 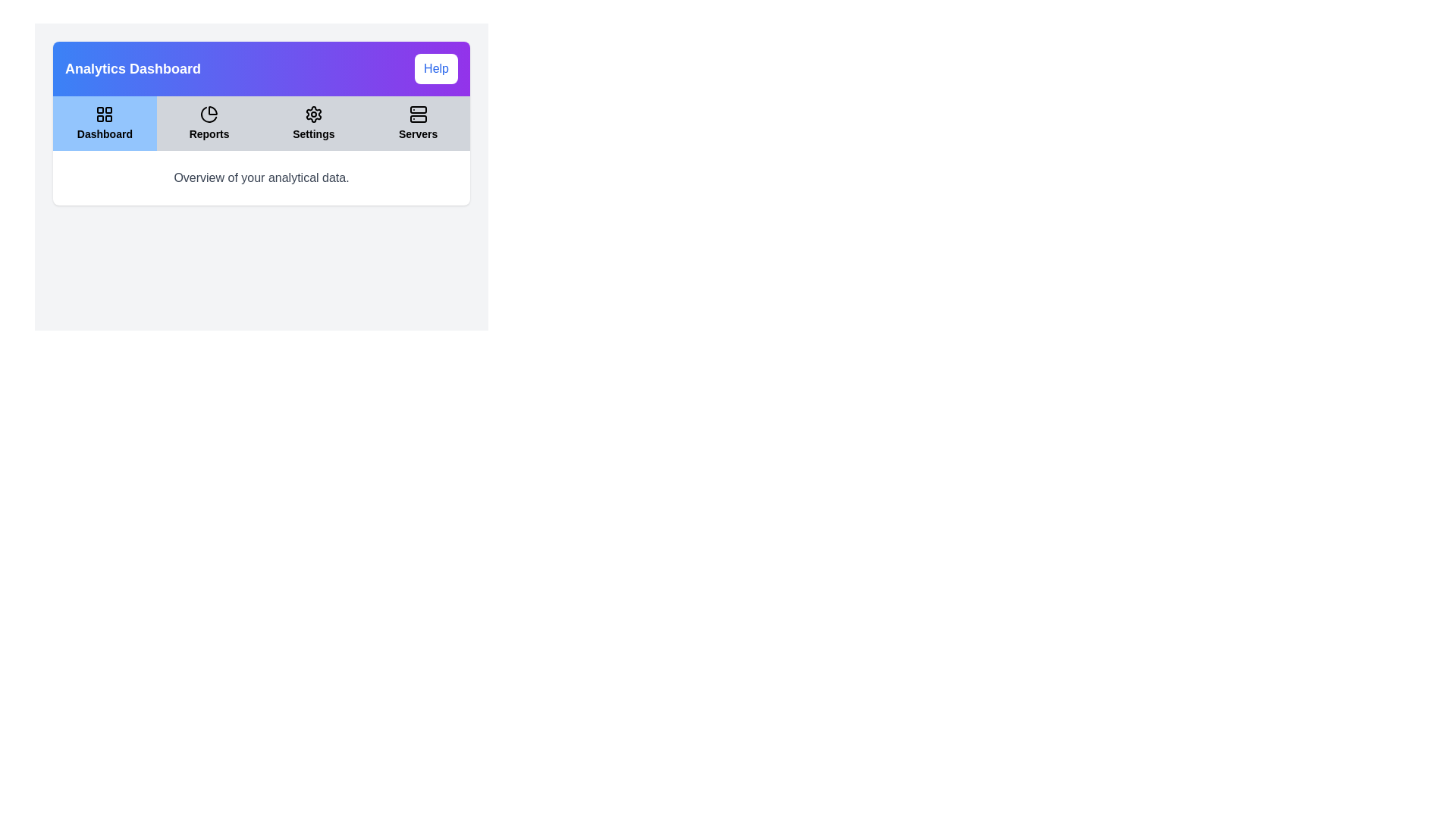 I want to click on the 'Reports' icon represented by a pie chart in the upper navigation bar, which is the second icon from the left, so click(x=209, y=113).